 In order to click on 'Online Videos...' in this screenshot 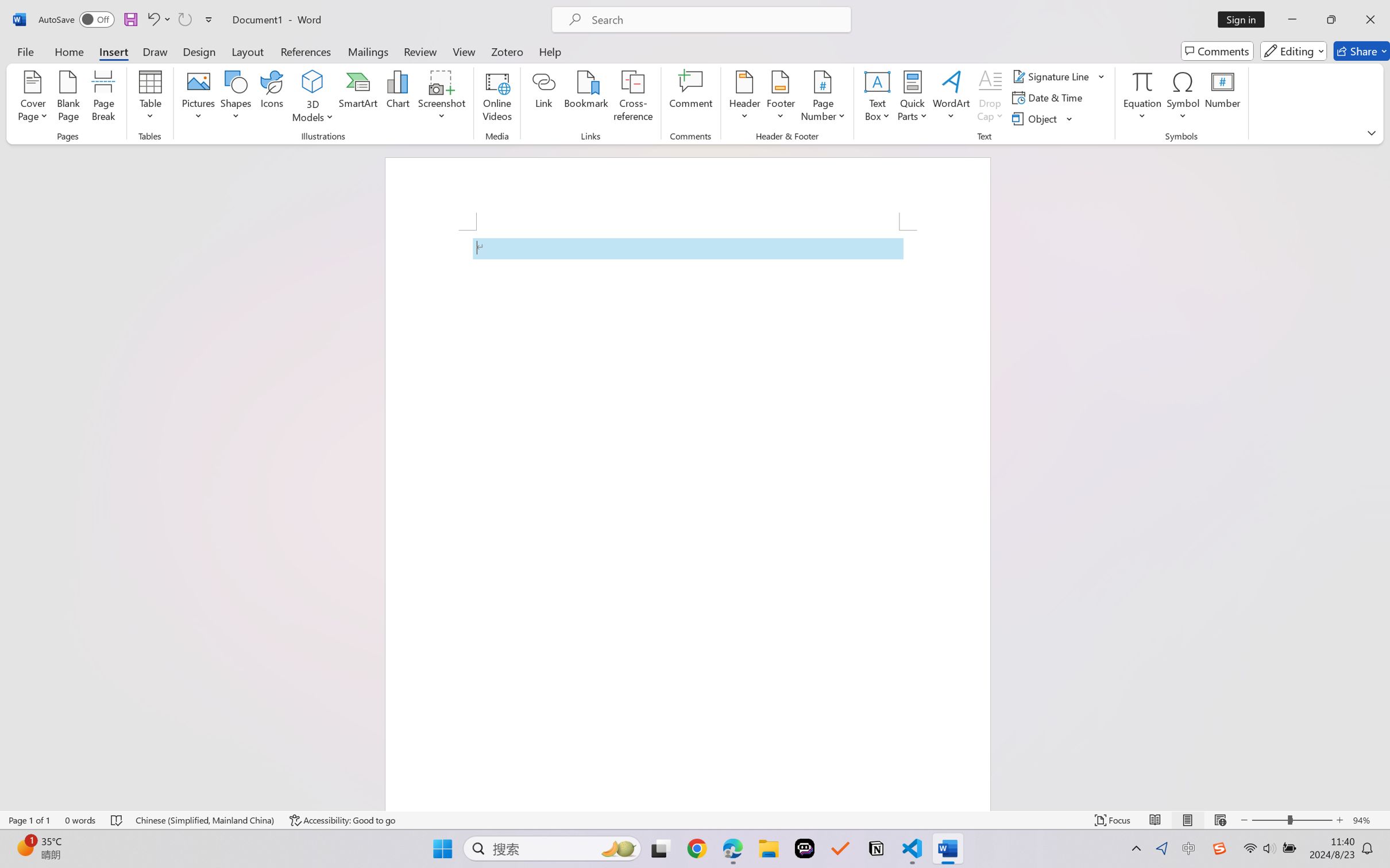, I will do `click(497, 98)`.